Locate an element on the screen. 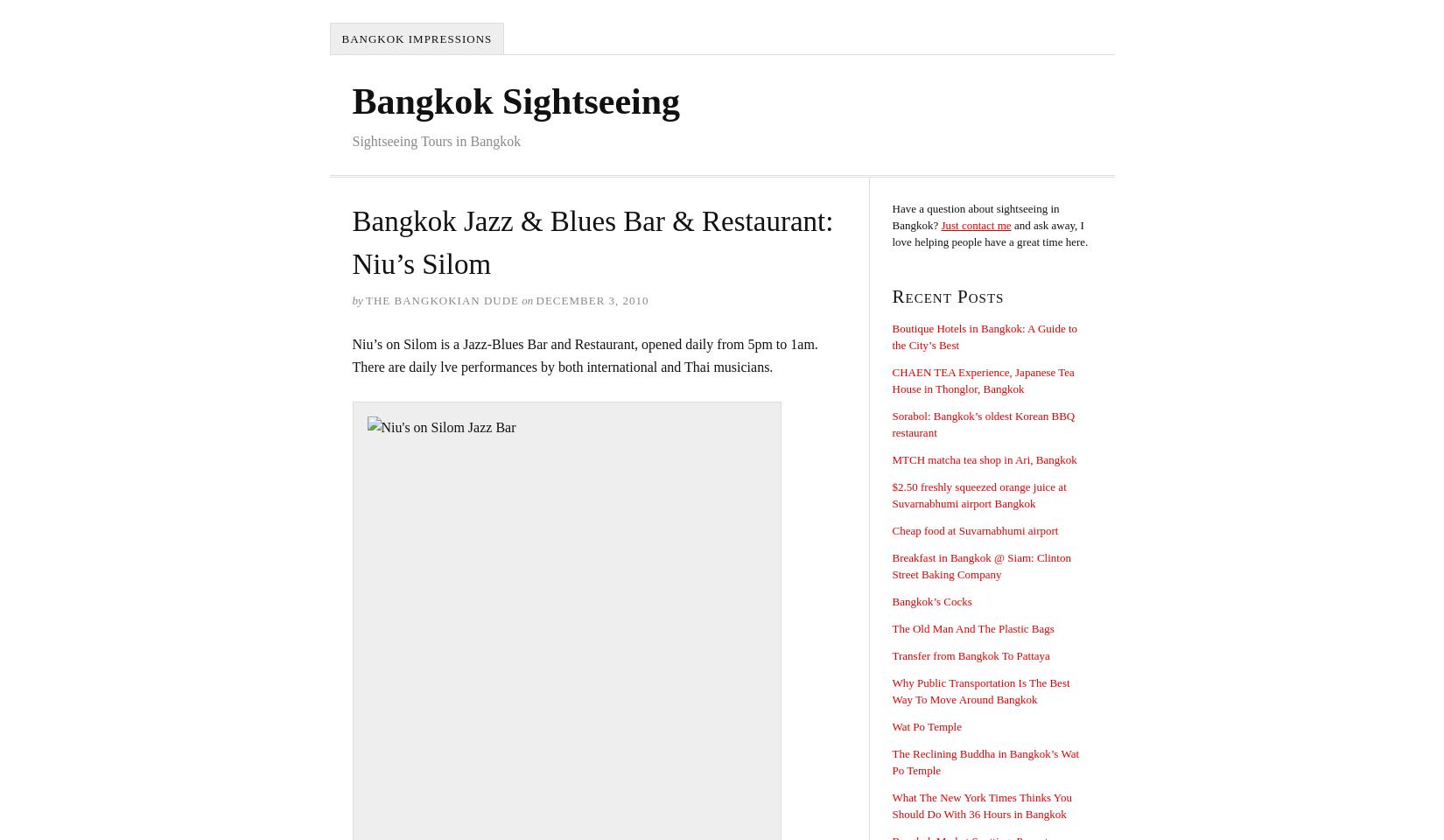  'on' is located at coordinates (526, 300).